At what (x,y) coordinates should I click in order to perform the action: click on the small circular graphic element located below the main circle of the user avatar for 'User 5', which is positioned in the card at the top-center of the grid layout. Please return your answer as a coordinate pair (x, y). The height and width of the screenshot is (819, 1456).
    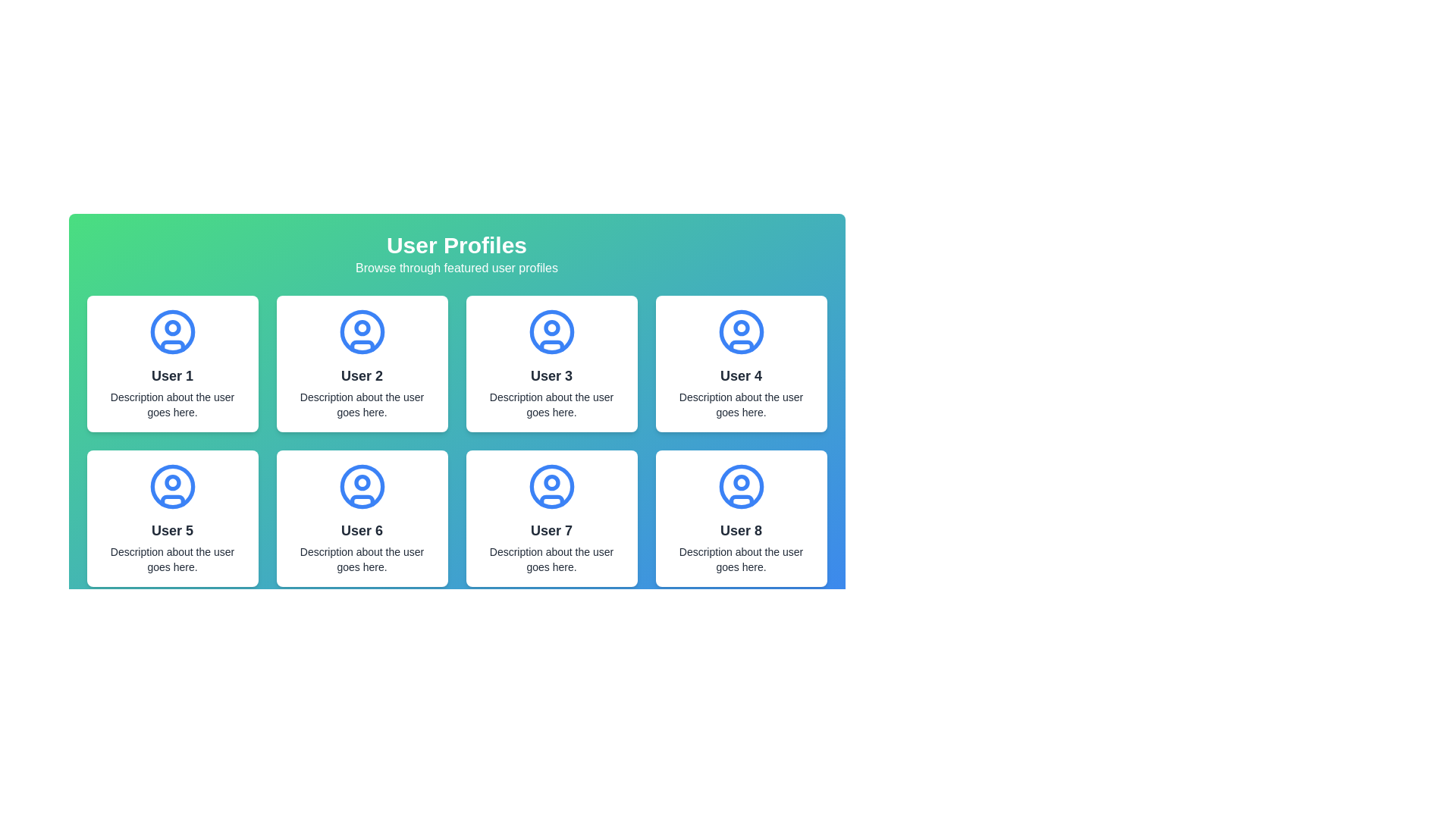
    Looking at the image, I should click on (172, 482).